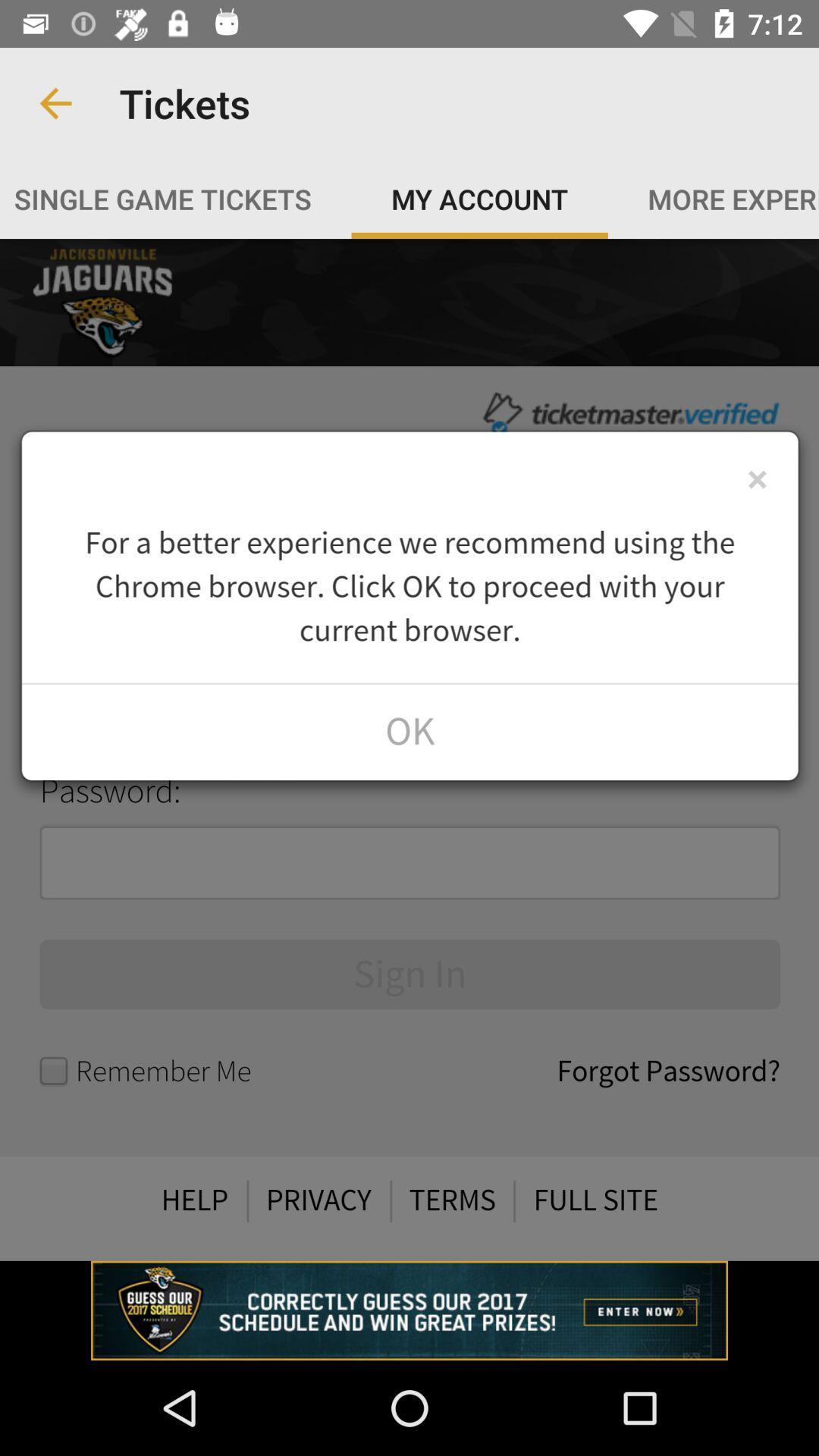  What do you see at coordinates (409, 1310) in the screenshot?
I see `opens a advertisement` at bounding box center [409, 1310].